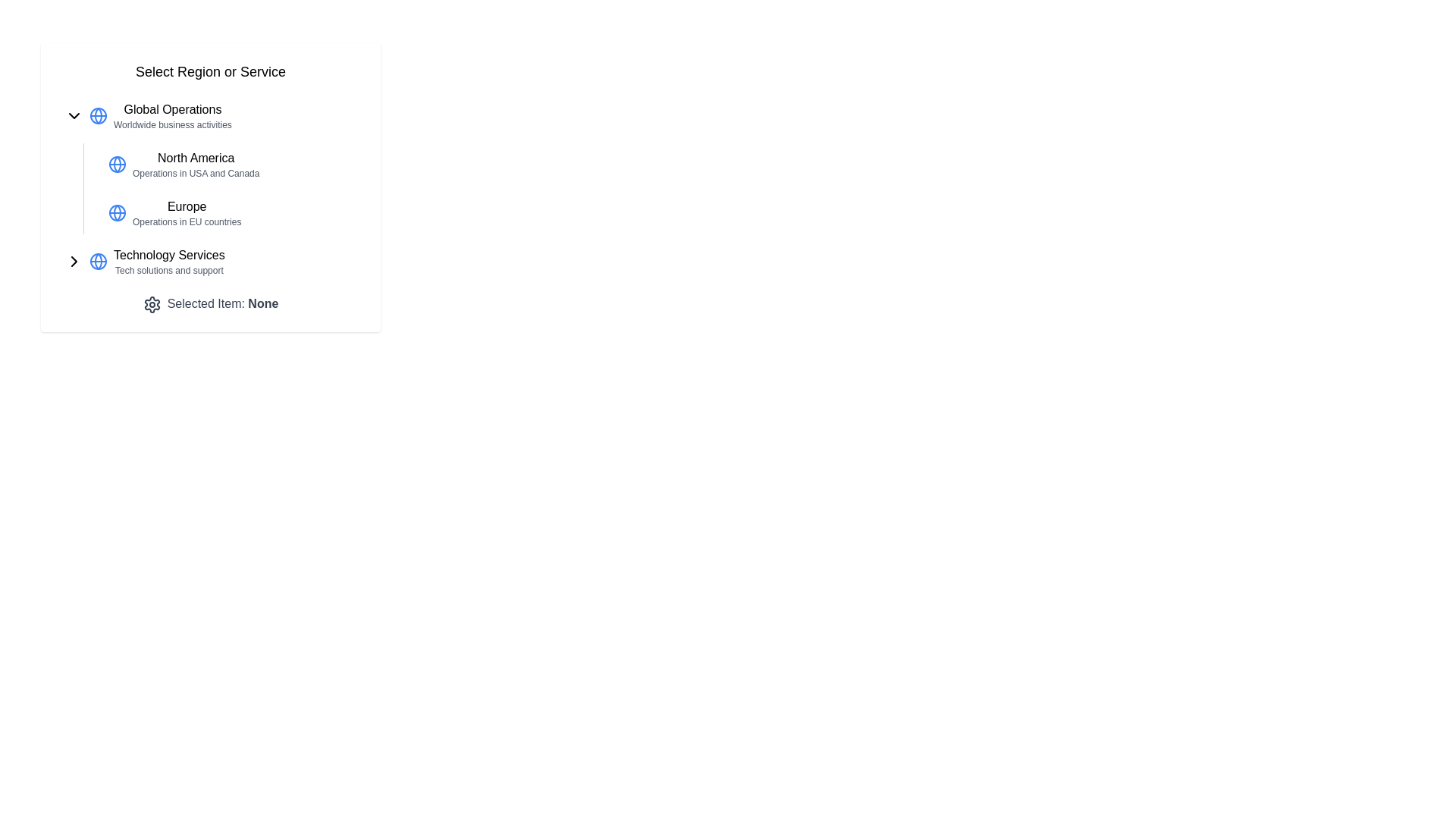  Describe the element at coordinates (73, 115) in the screenshot. I see `the downward-pointing chevron icon` at that location.